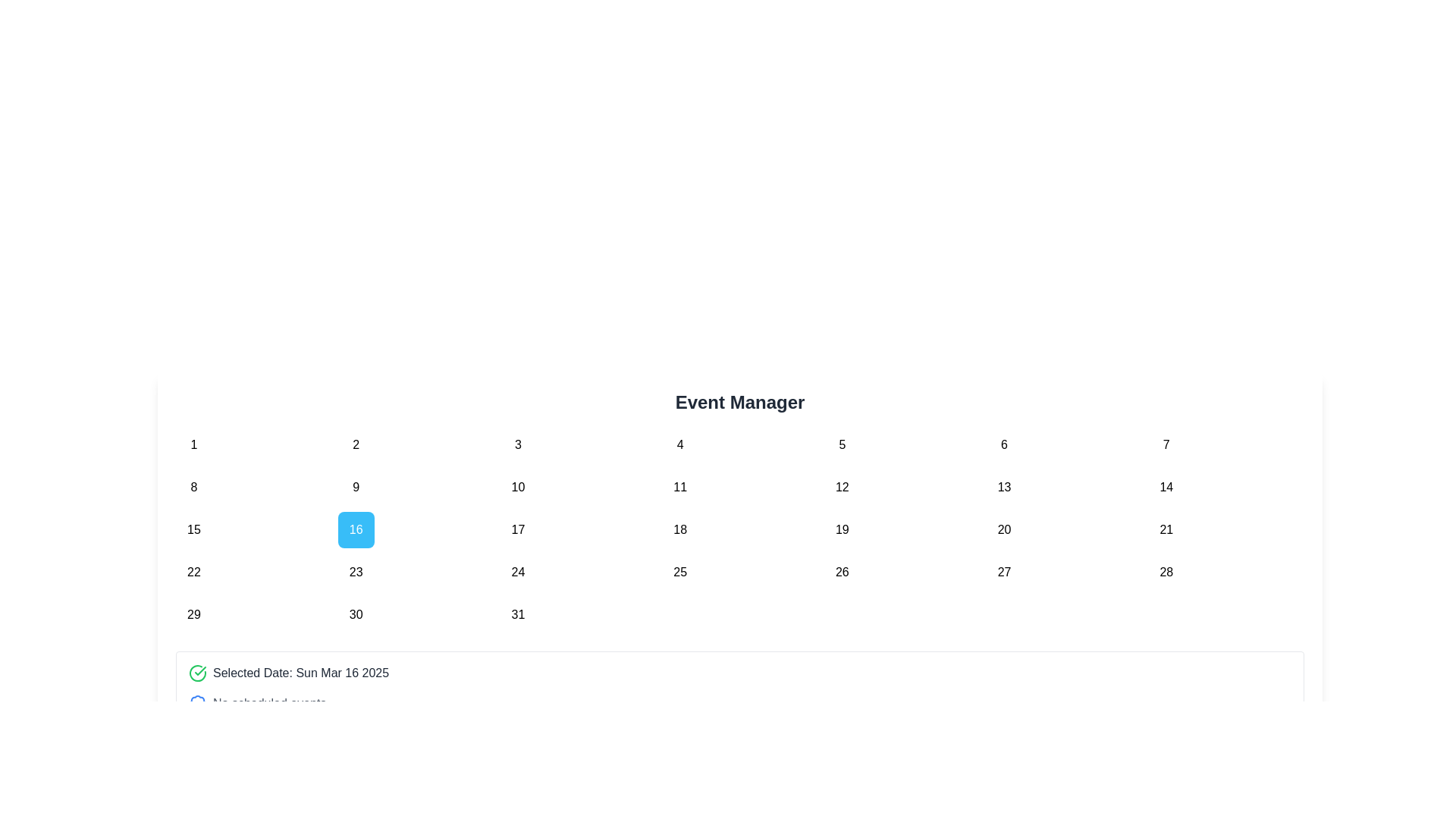  What do you see at coordinates (679, 488) in the screenshot?
I see `the button displaying the number '11' in the calendar grid` at bounding box center [679, 488].